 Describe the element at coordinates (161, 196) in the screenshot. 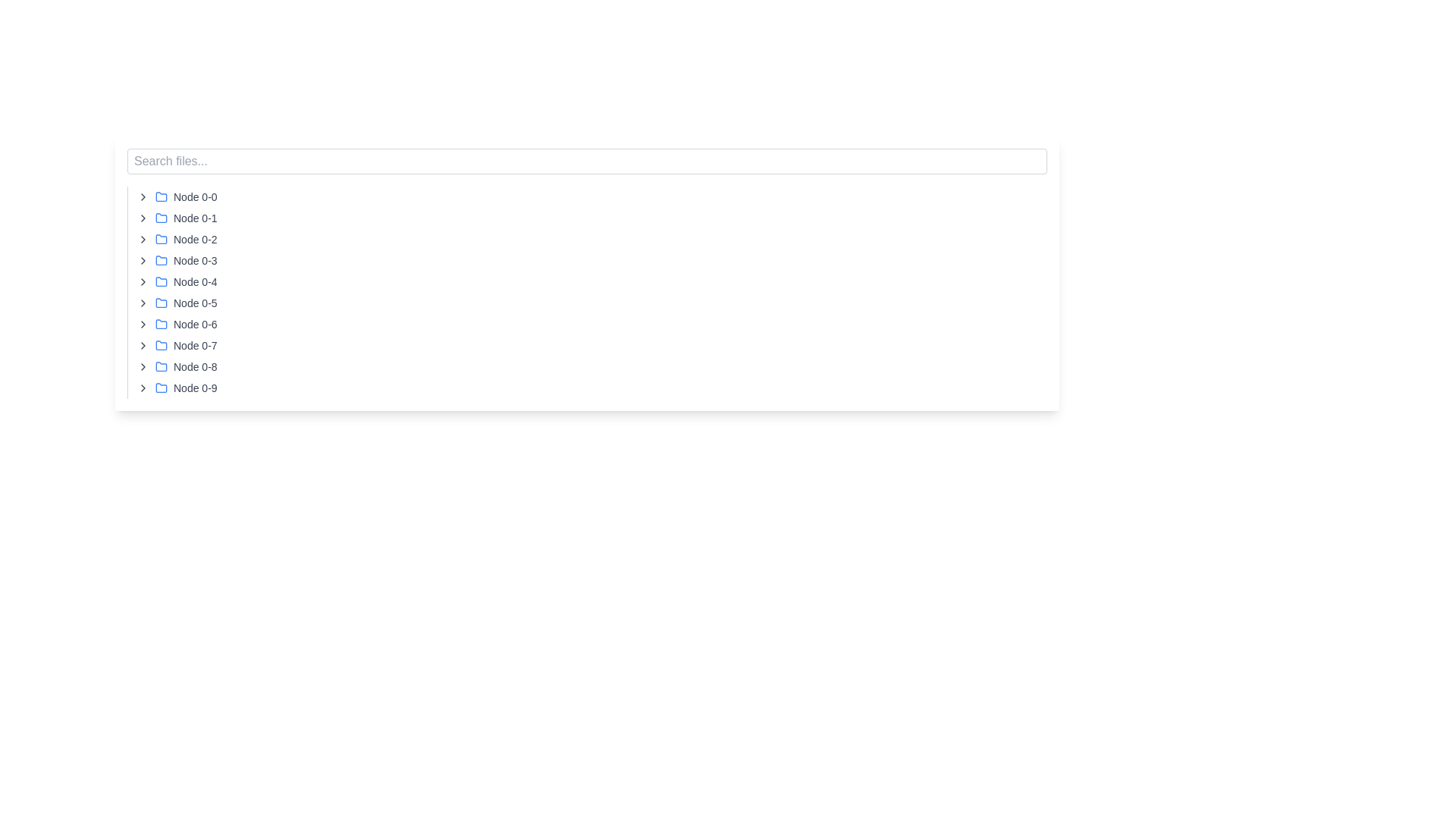

I see `the blue folder icon located next to the label 'Node 0-0' in the first listing entry of the sidebar` at that location.